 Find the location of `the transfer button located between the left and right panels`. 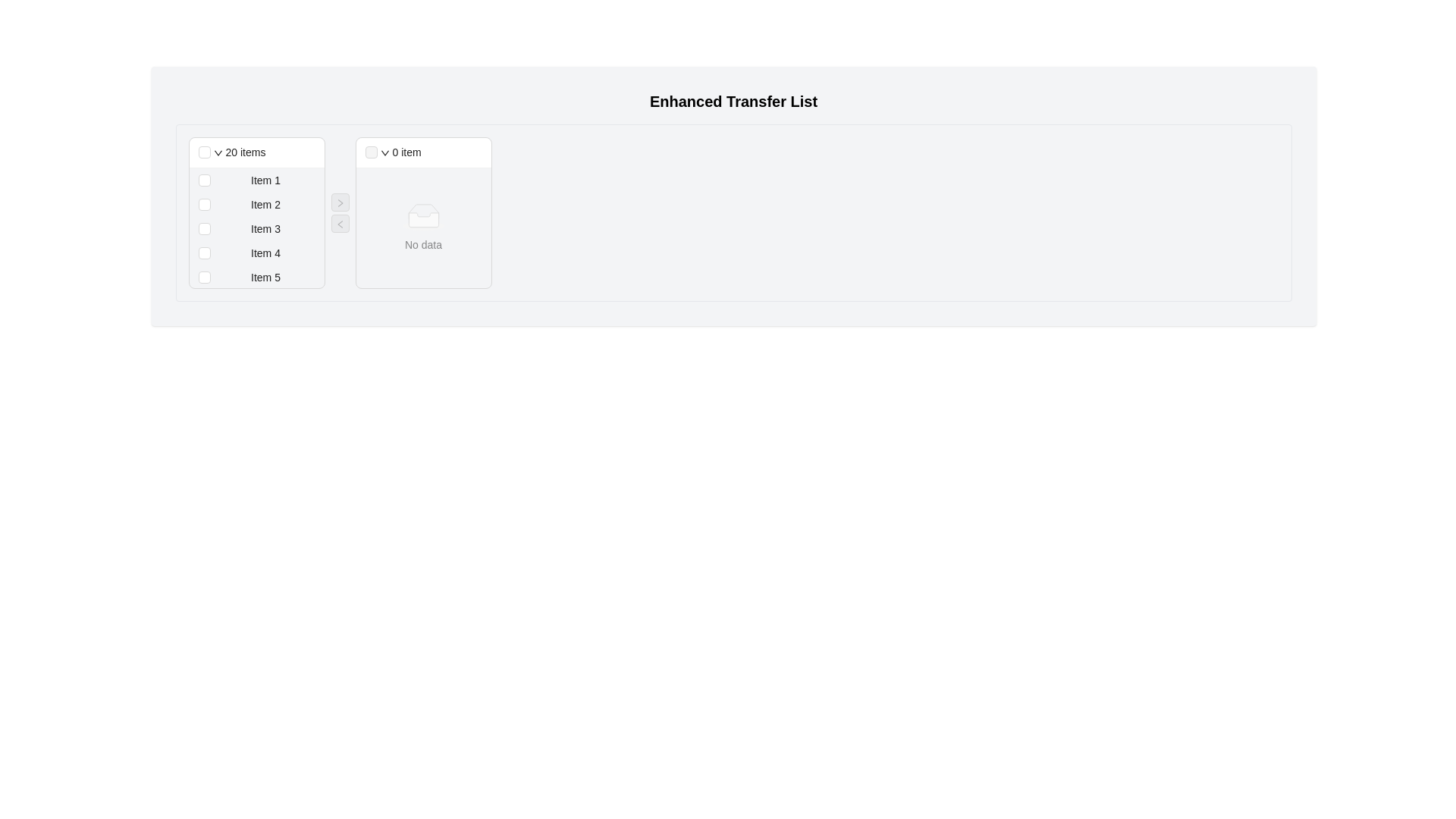

the transfer button located between the left and right panels is located at coordinates (339, 201).